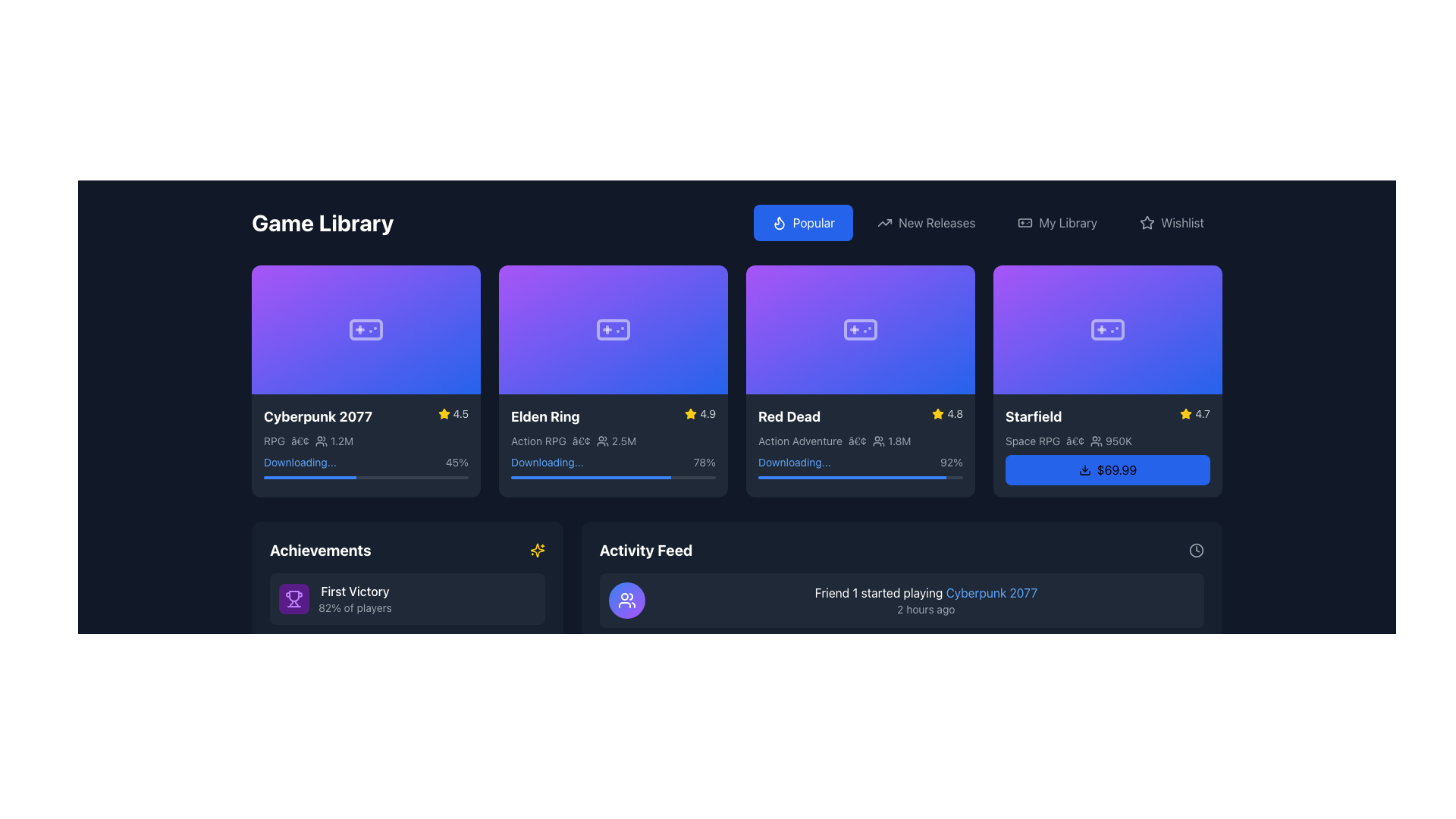 The height and width of the screenshot is (819, 1456). Describe the element at coordinates (899, 441) in the screenshot. I see `the text label displaying '1.8M' which is styled in light gray against a dark background, located in the 'Red Dead' game card` at that location.